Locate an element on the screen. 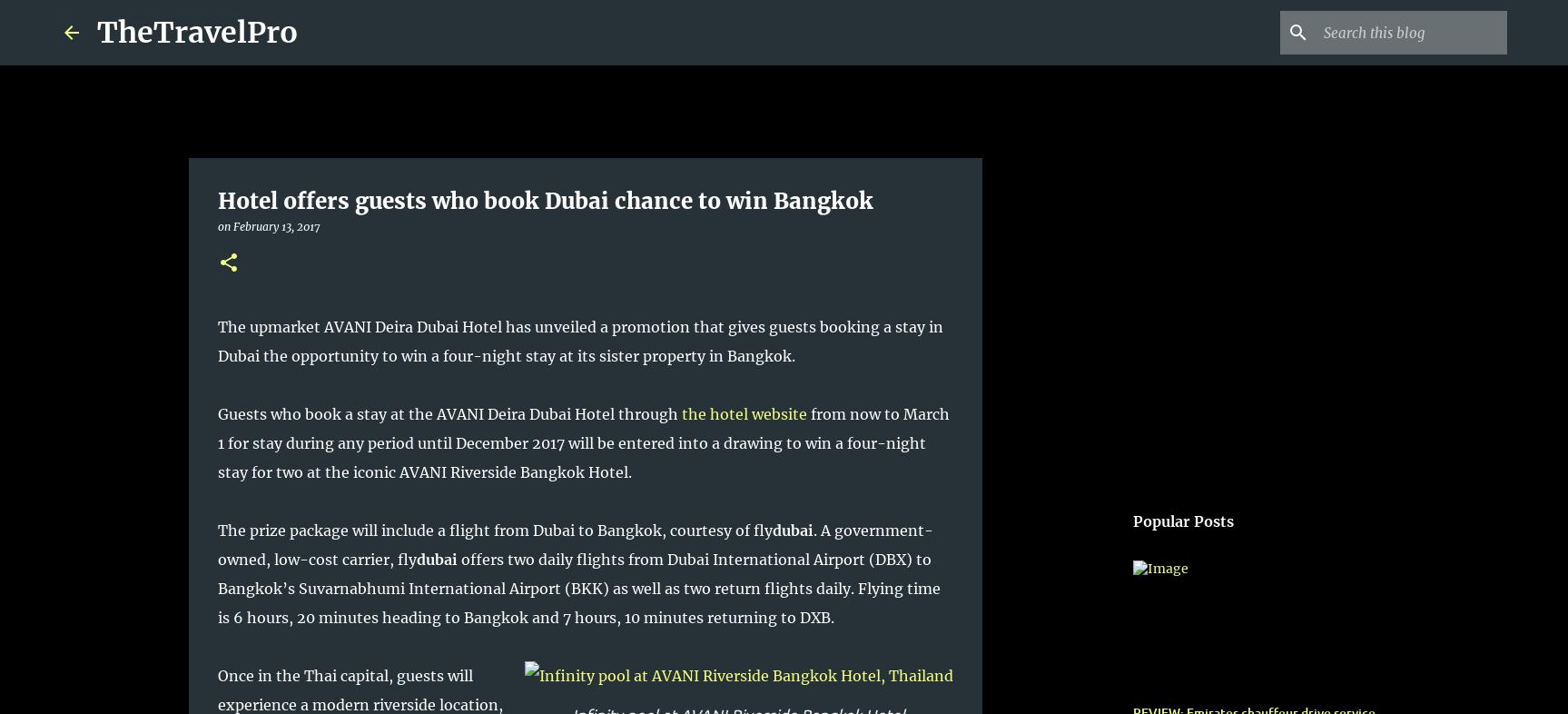 The image size is (1568, 714). 'February 13, 2017' is located at coordinates (274, 226).